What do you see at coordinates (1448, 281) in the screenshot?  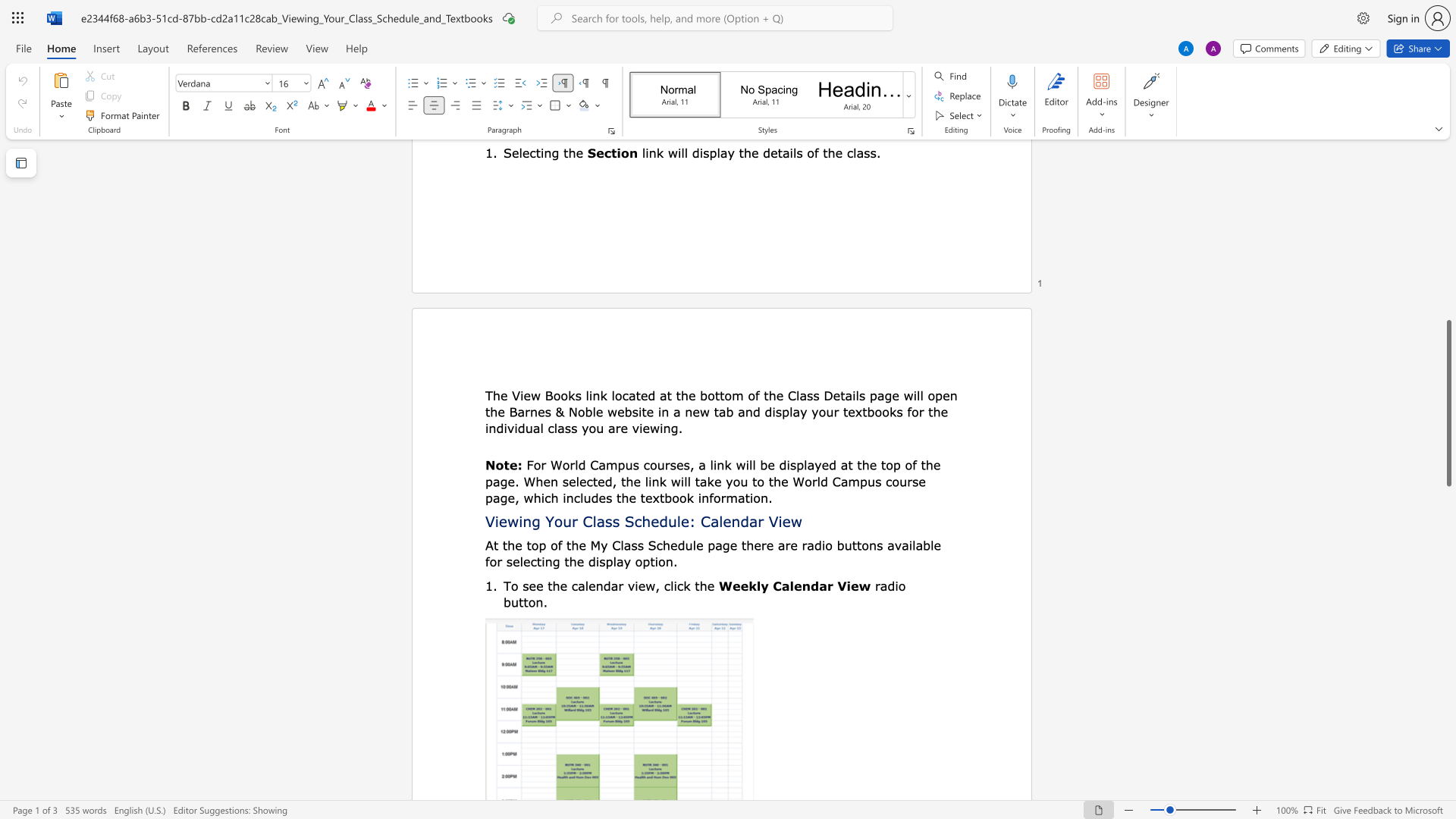 I see `the scrollbar on the right` at bounding box center [1448, 281].